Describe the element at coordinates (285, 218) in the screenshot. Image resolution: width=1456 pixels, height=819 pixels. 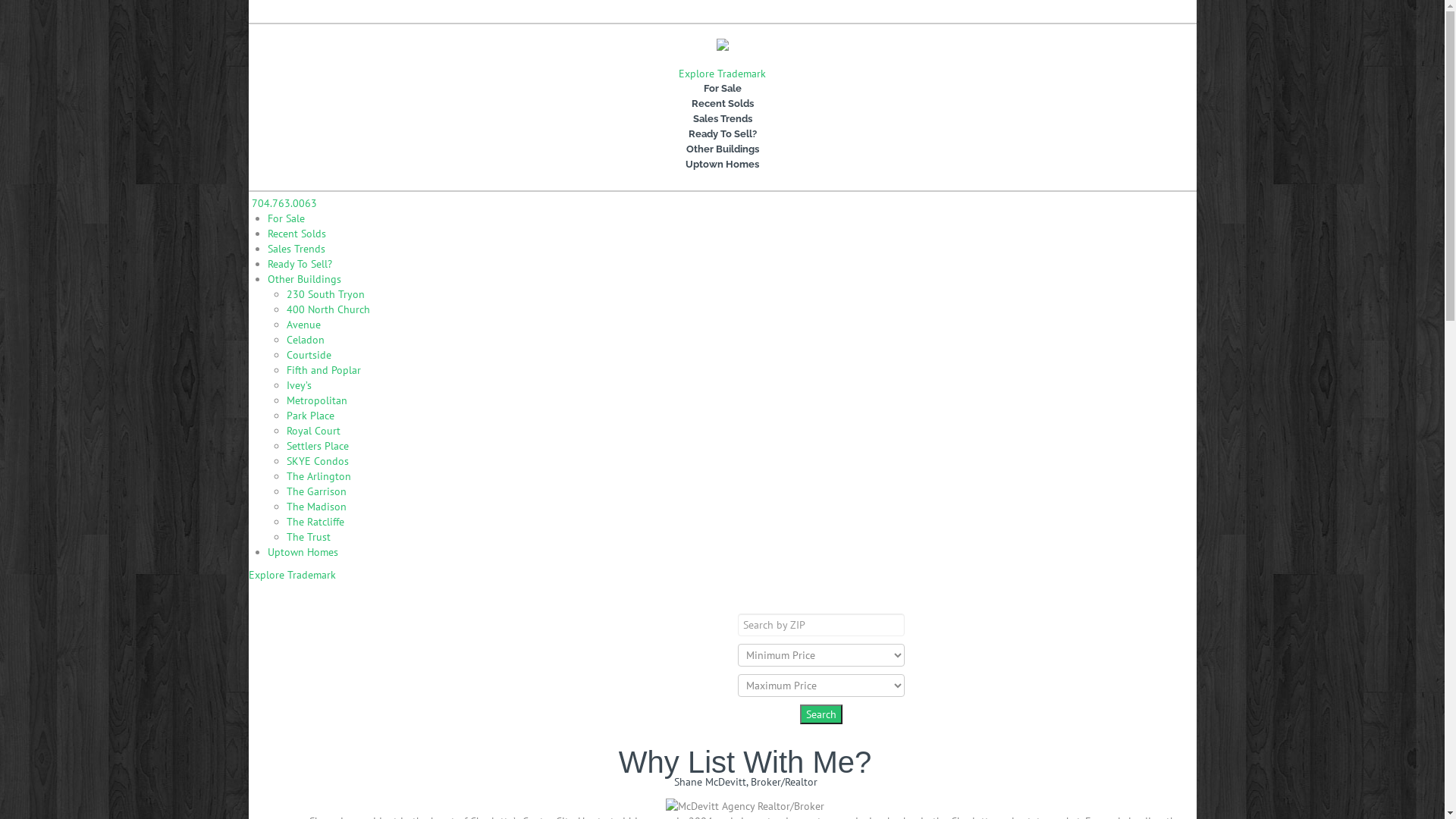
I see `'For Sale'` at that location.